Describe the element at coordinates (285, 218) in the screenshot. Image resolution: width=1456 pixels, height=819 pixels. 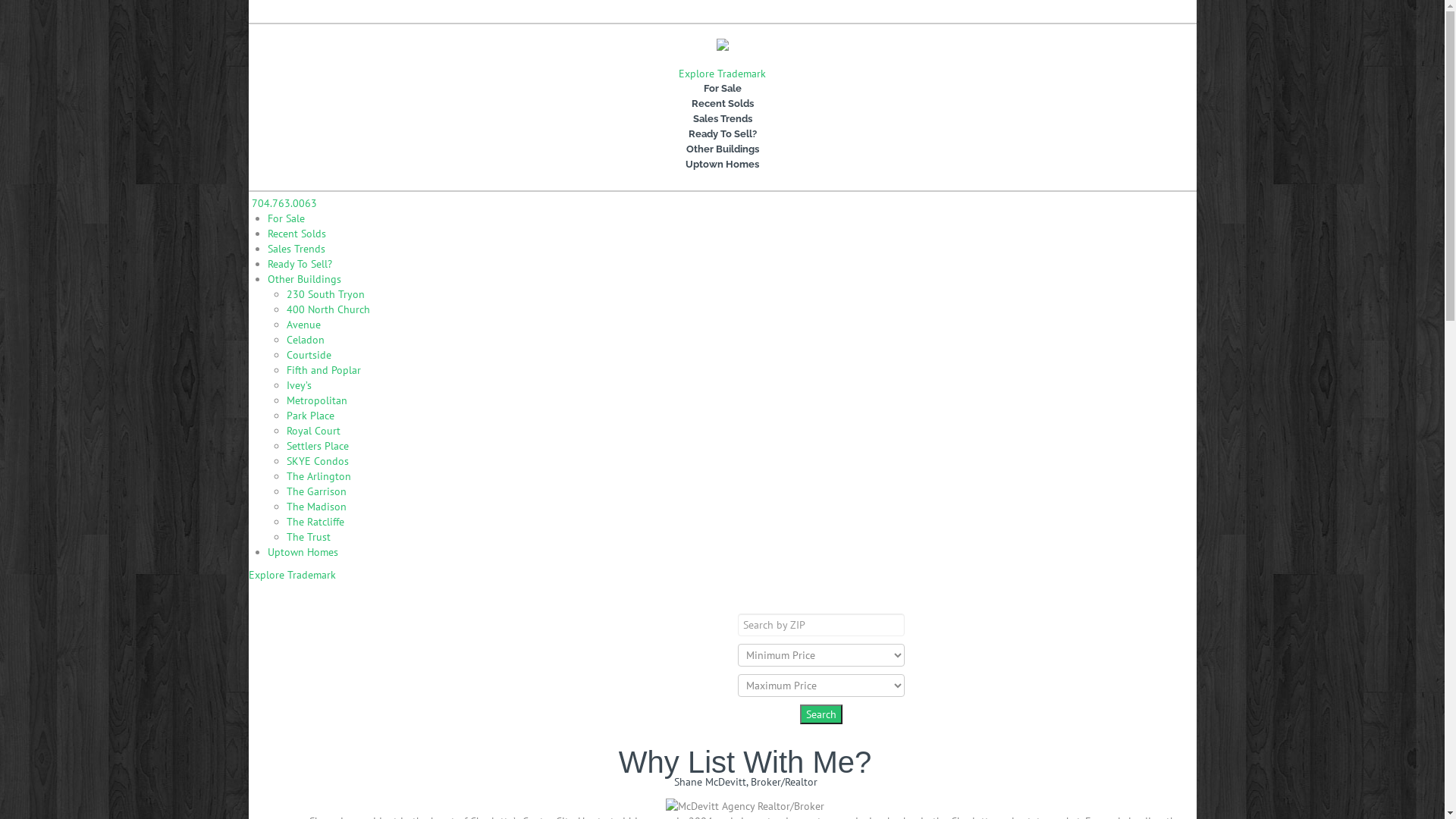
I see `'For Sale'` at that location.